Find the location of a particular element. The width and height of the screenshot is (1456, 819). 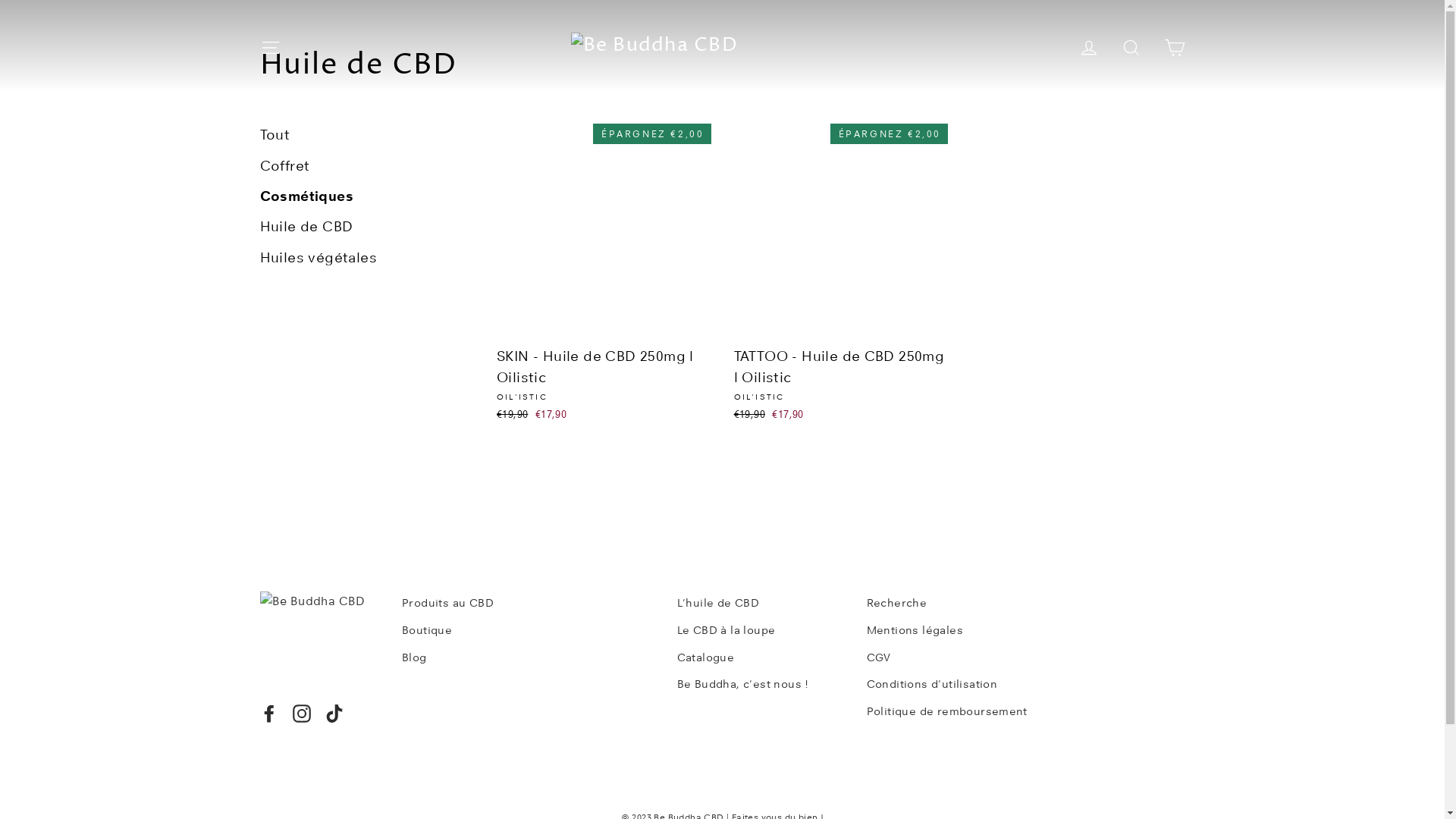

'Navigation' is located at coordinates (269, 45).